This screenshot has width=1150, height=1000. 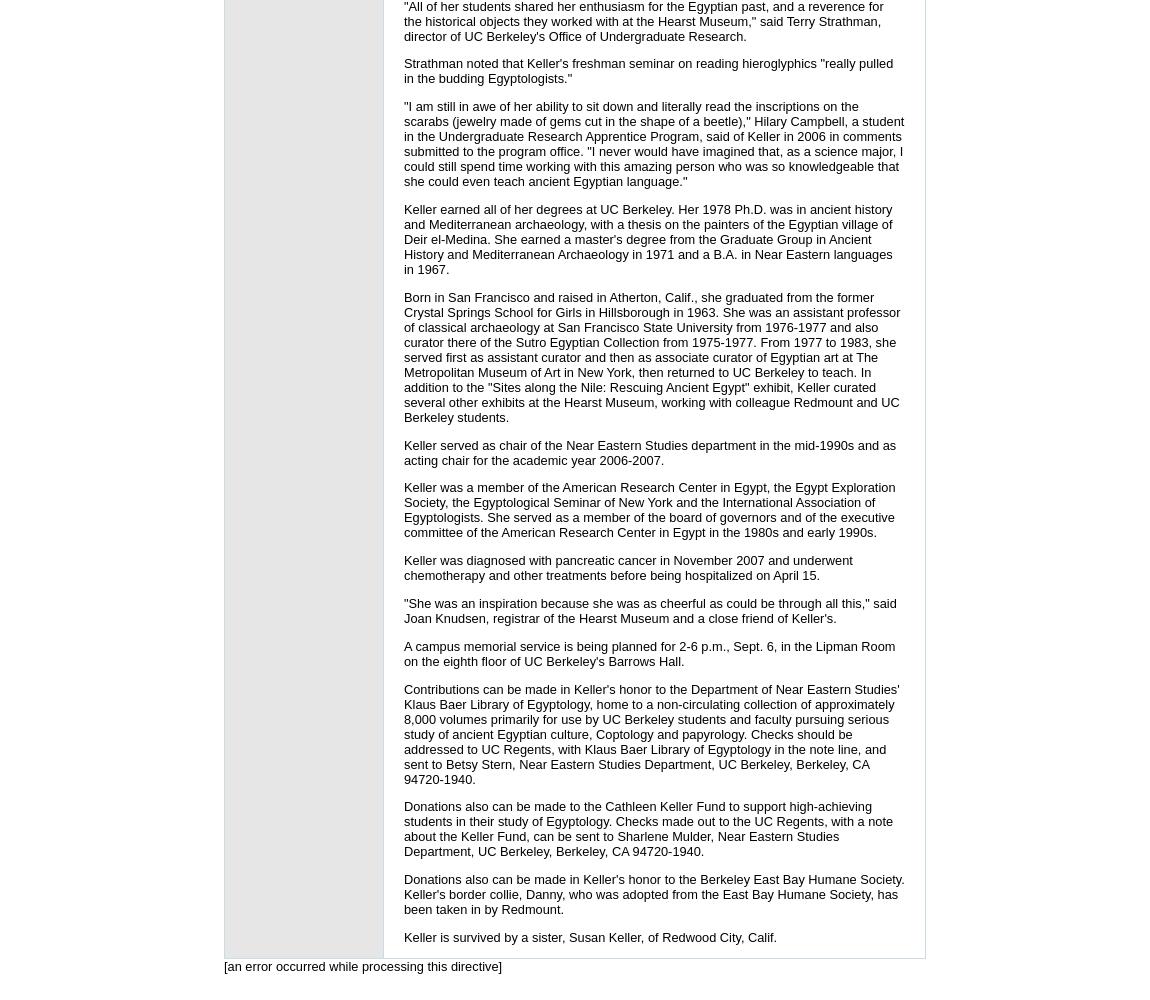 What do you see at coordinates (653, 894) in the screenshot?
I see `'Donations also can be made in Keller's honor to the Berkeley East Bay Humane Society. Keller's border collie, Danny, who was adopted from the East Bay Humane Society, has been taken in by Redmount.'` at bounding box center [653, 894].